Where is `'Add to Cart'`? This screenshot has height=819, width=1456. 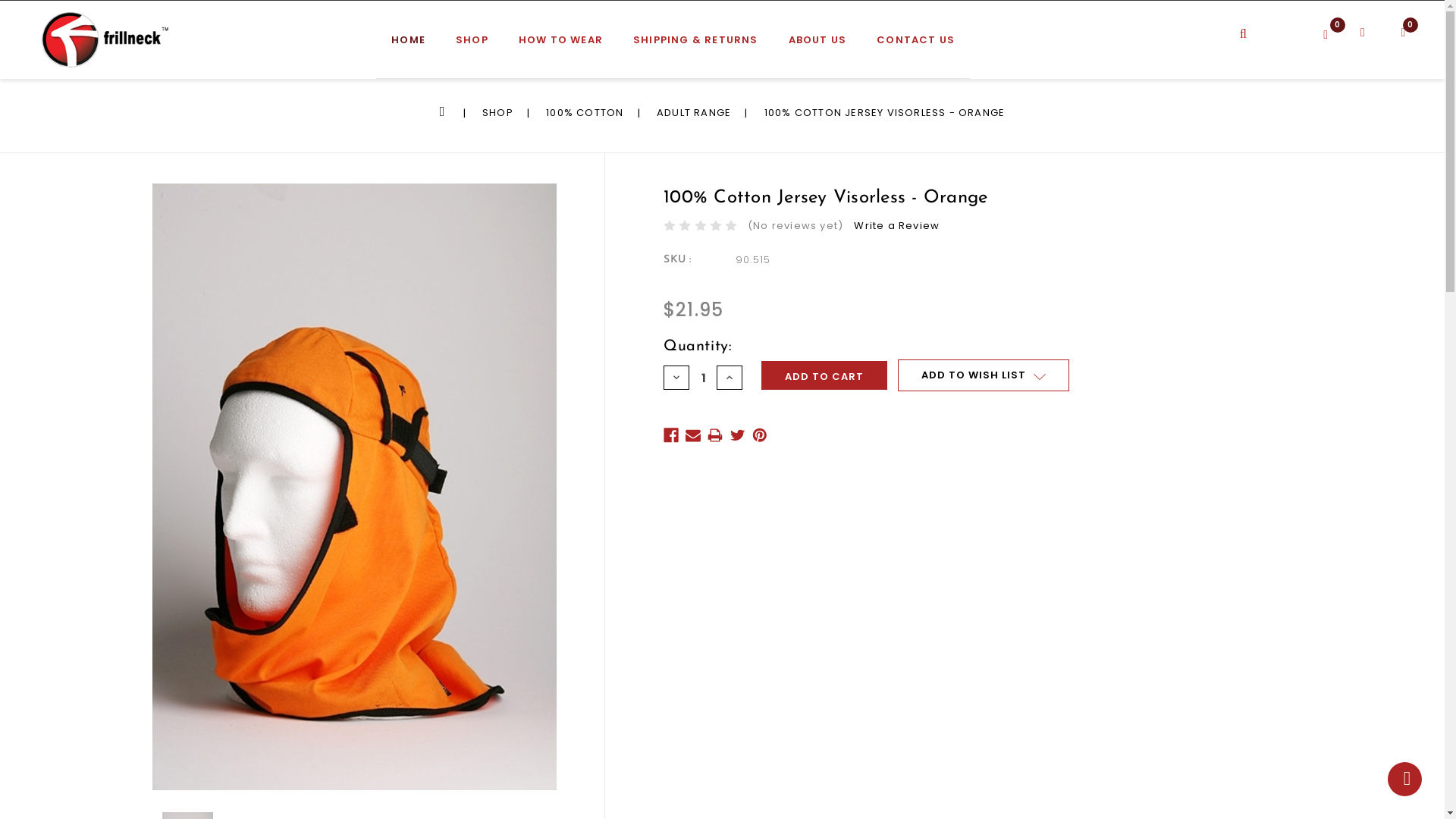
'Add to Cart' is located at coordinates (761, 375).